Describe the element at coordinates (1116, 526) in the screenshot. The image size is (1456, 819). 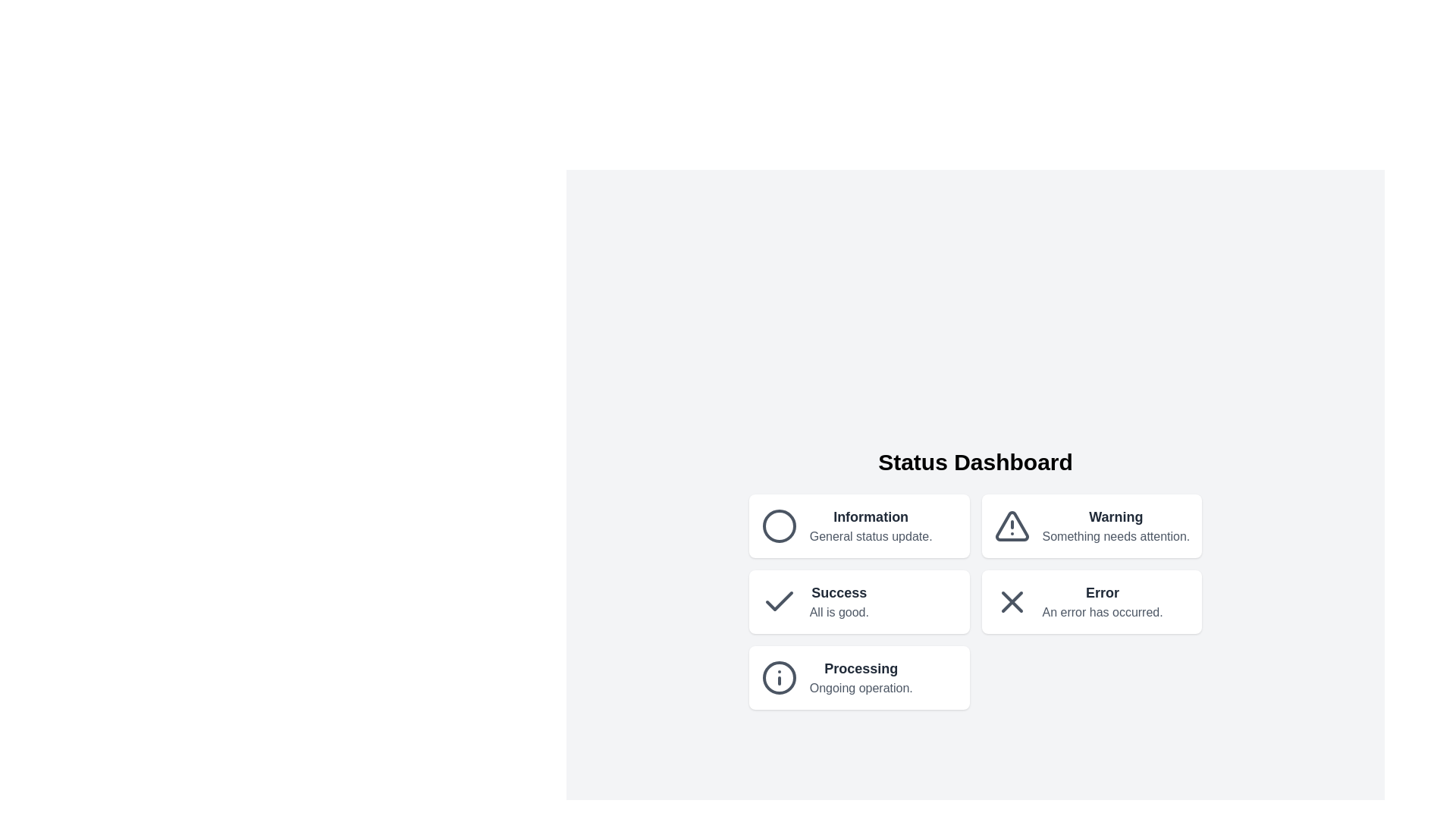
I see `the warning message display component located in the rightmost card of the second row, adjacent to the 'Information' card` at that location.